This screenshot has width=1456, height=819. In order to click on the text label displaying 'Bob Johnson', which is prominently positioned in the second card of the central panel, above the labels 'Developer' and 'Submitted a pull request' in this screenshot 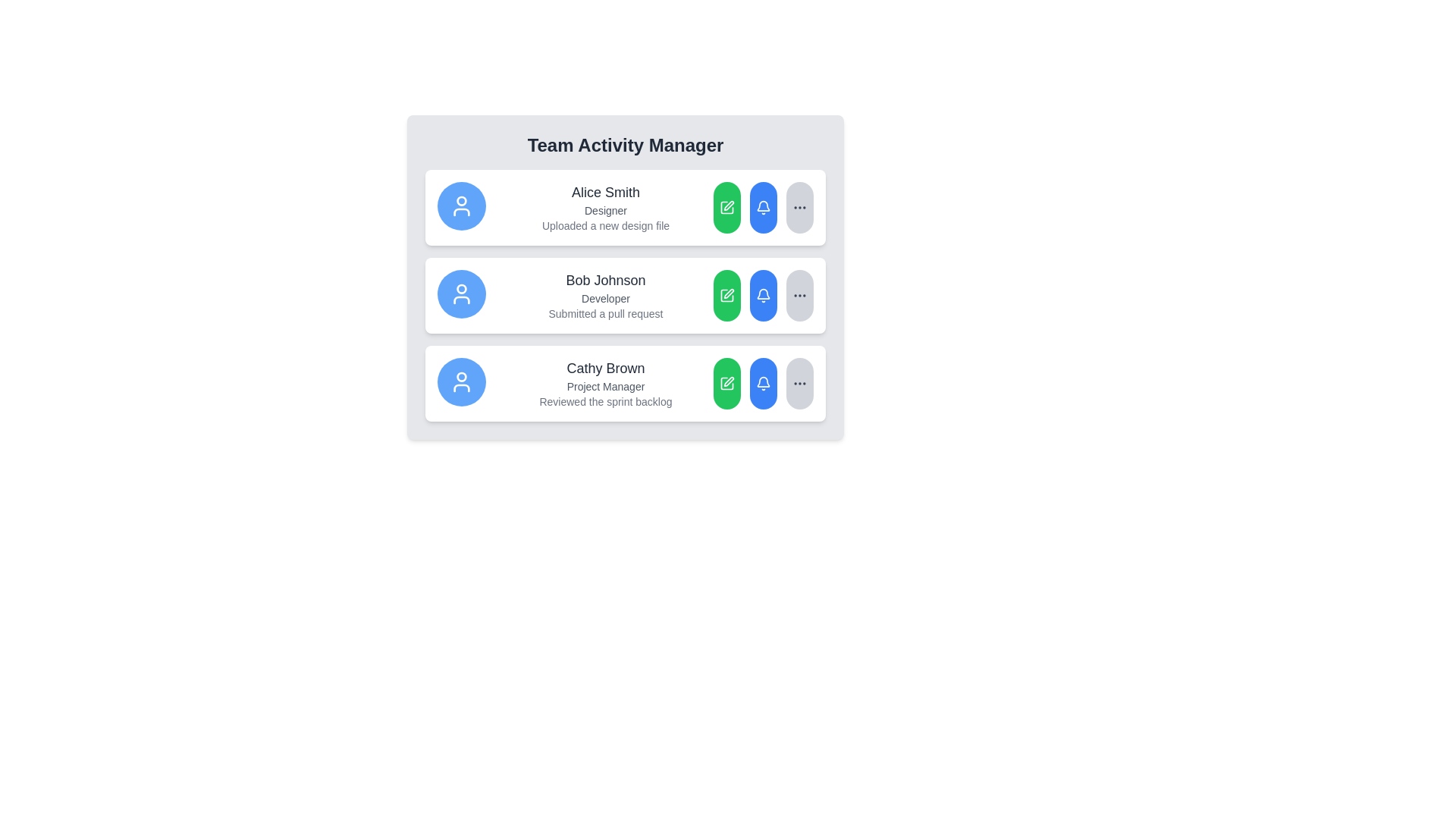, I will do `click(604, 281)`.